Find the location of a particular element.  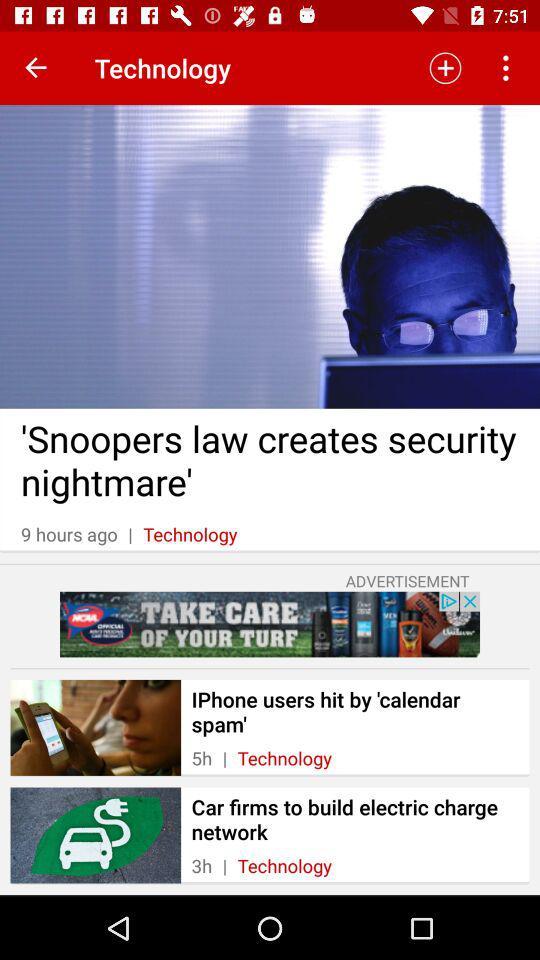

advertisement is located at coordinates (270, 623).